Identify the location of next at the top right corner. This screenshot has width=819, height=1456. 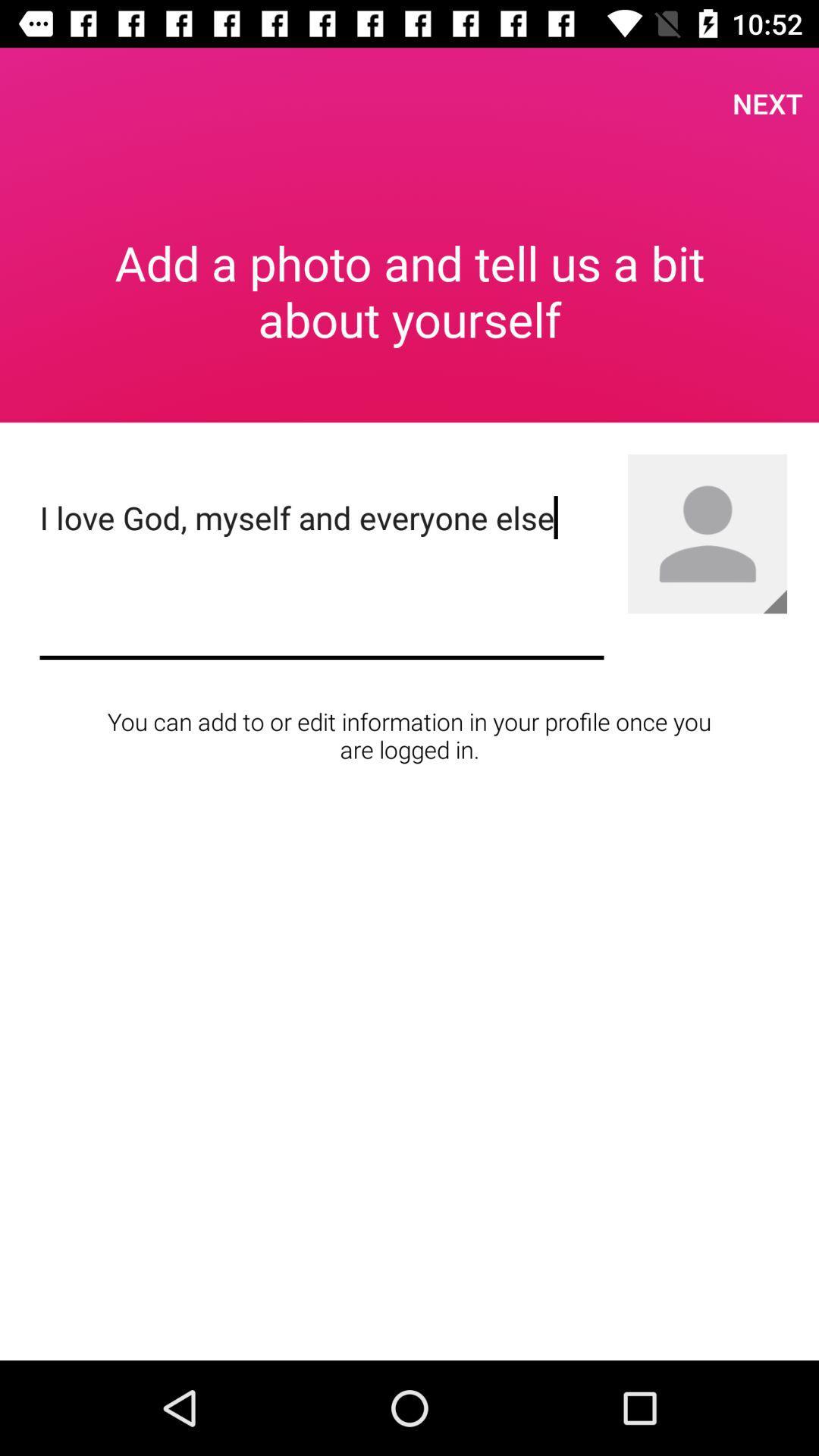
(767, 102).